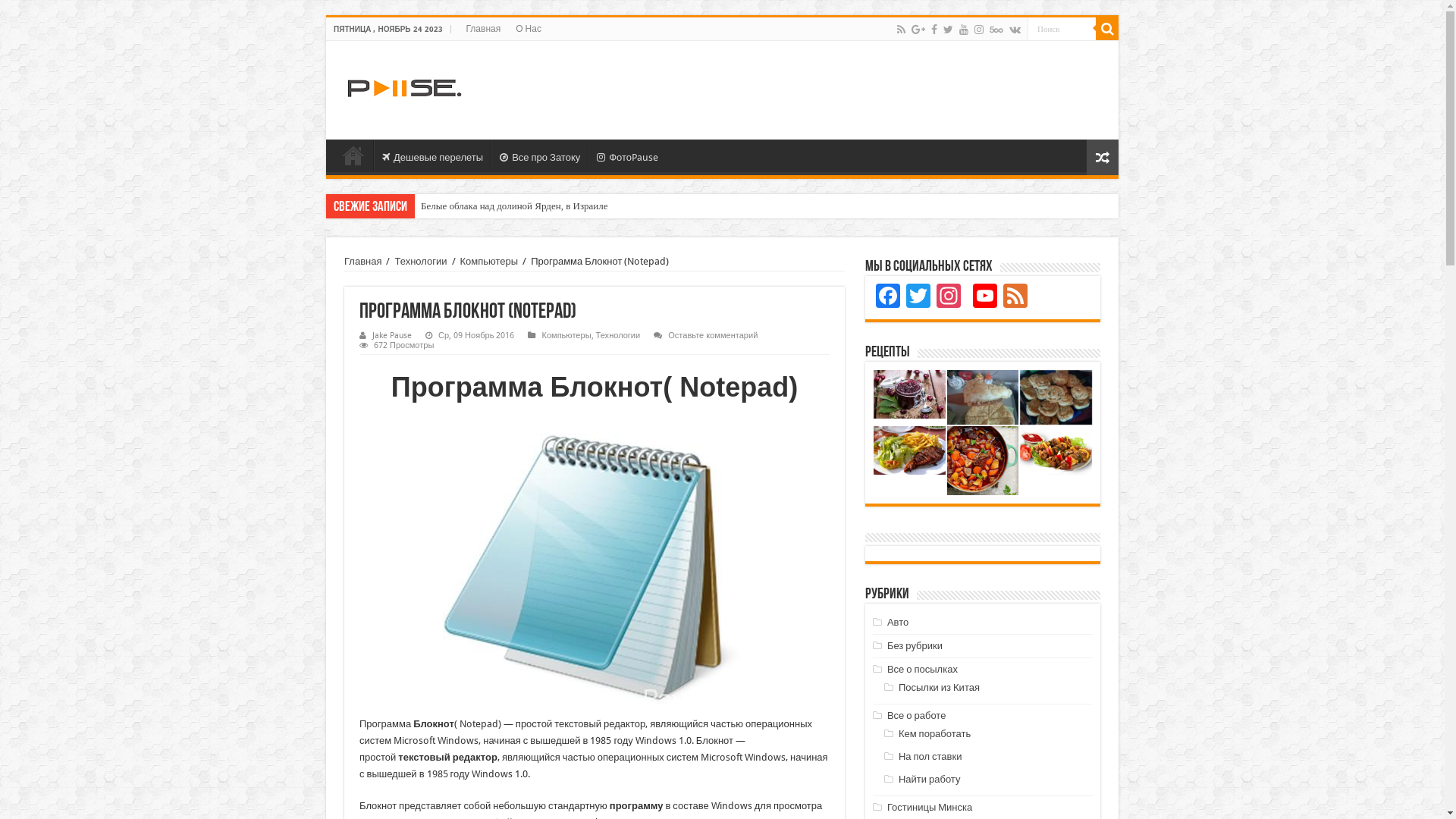 Image resolution: width=1456 pixels, height=819 pixels. What do you see at coordinates (996, 29) in the screenshot?
I see `'500px'` at bounding box center [996, 29].